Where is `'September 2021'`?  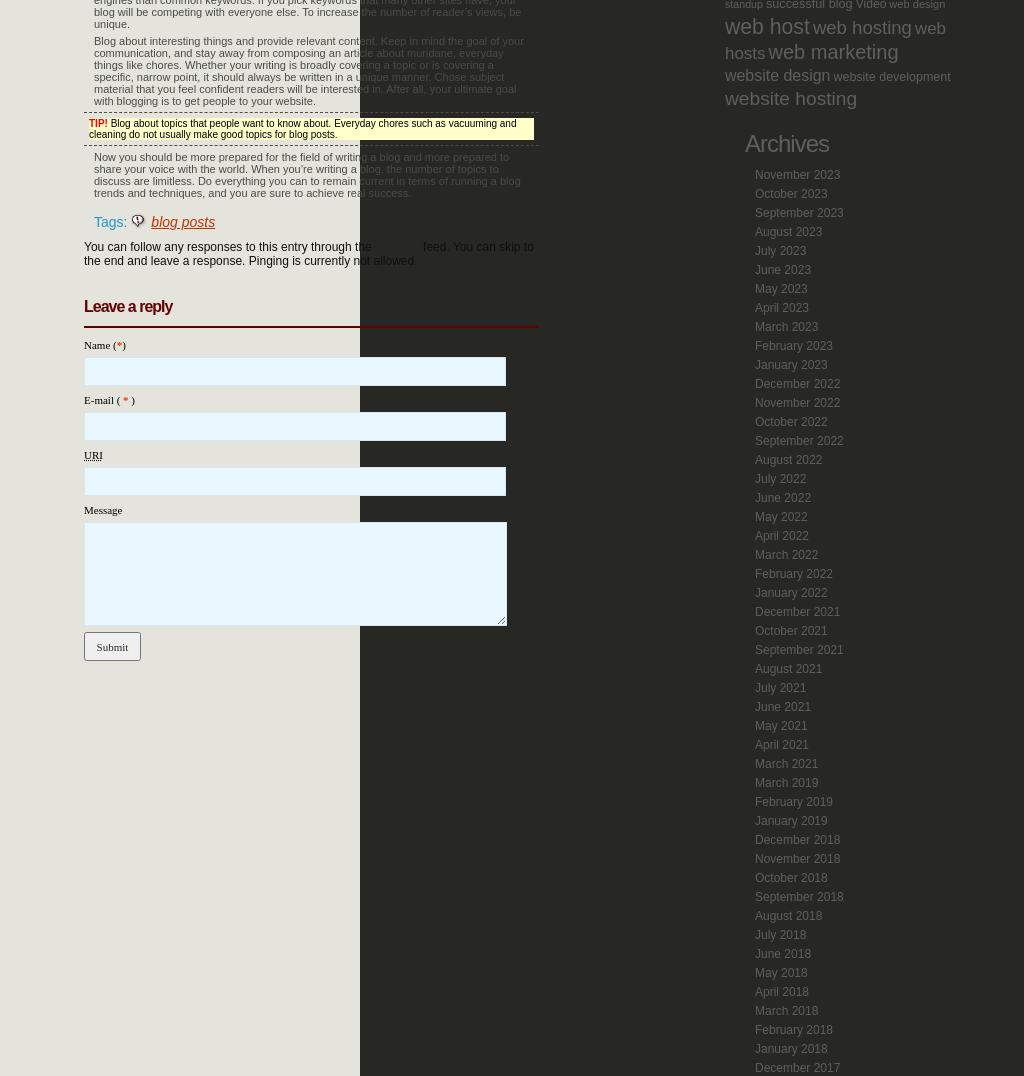
'September 2021' is located at coordinates (799, 649).